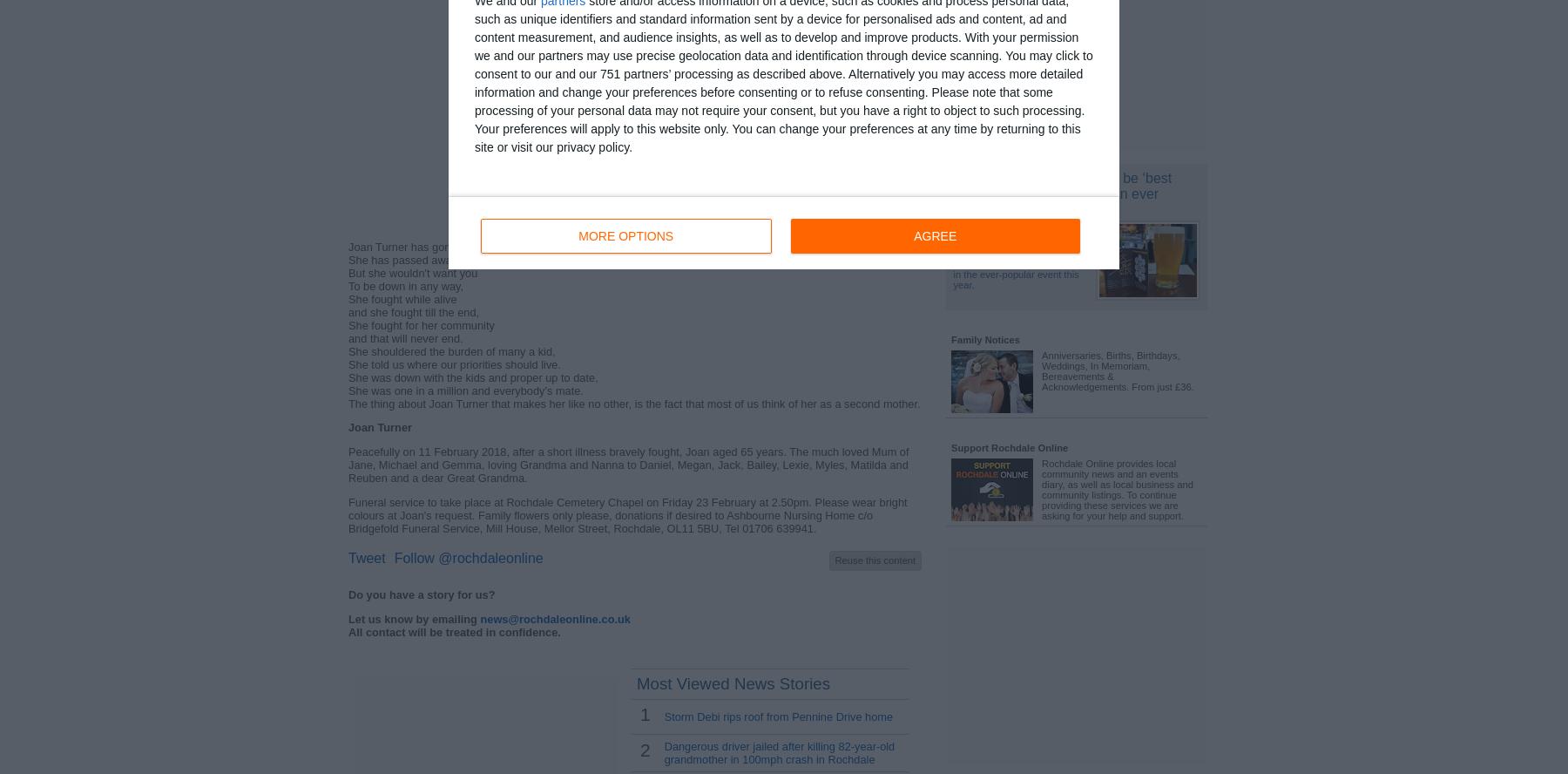  What do you see at coordinates (643, 713) in the screenshot?
I see `'1'` at bounding box center [643, 713].